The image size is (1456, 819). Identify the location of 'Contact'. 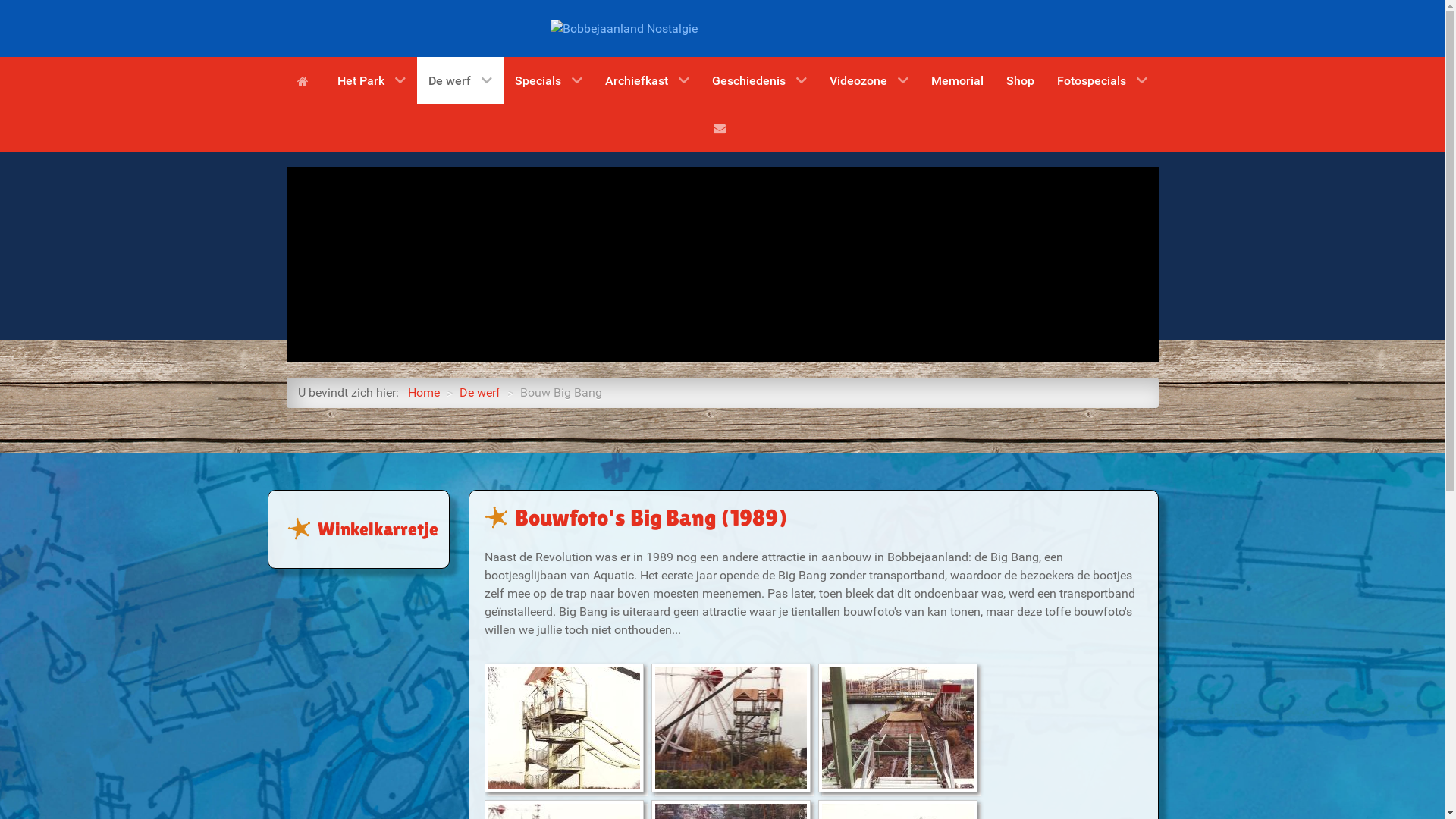
(721, 127).